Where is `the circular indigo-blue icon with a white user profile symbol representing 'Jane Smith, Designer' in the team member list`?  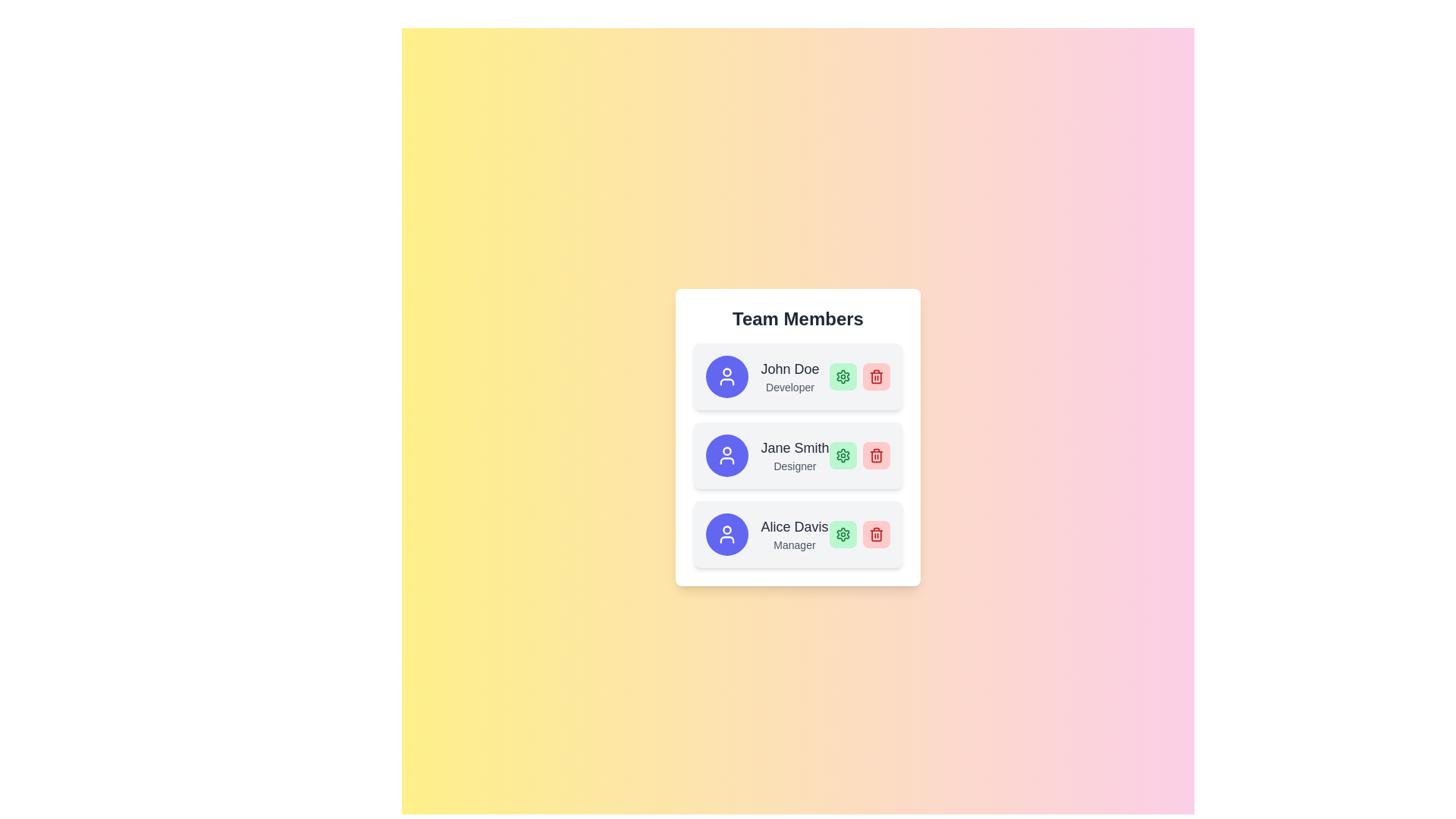
the circular indigo-blue icon with a white user profile symbol representing 'Jane Smith, Designer' in the team member list is located at coordinates (726, 455).